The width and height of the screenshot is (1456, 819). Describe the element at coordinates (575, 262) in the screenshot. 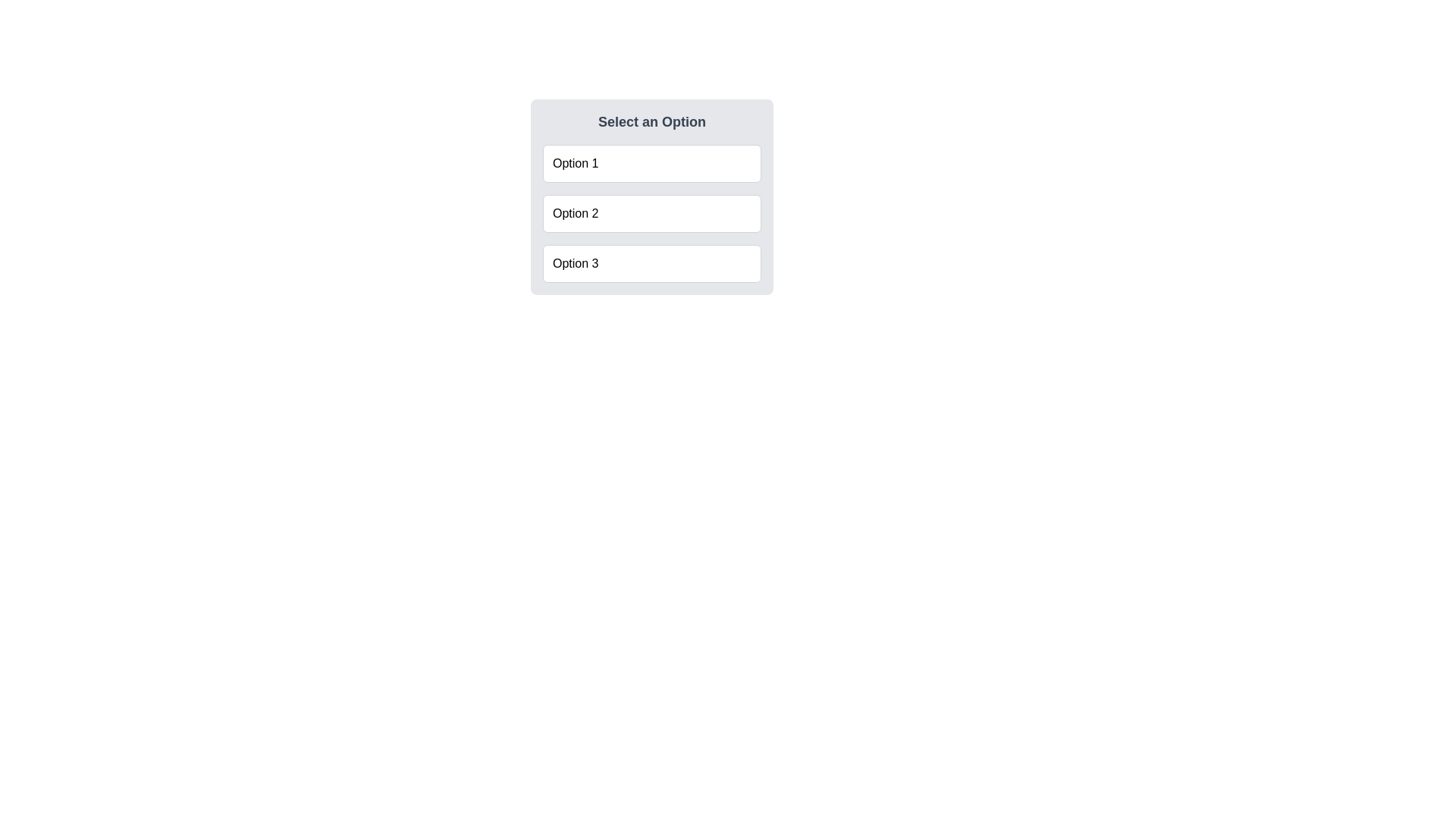

I see `the text label displaying 'Option 3', which is the third option in a vertically stacked list of options, centered below 'Option 2'` at that location.